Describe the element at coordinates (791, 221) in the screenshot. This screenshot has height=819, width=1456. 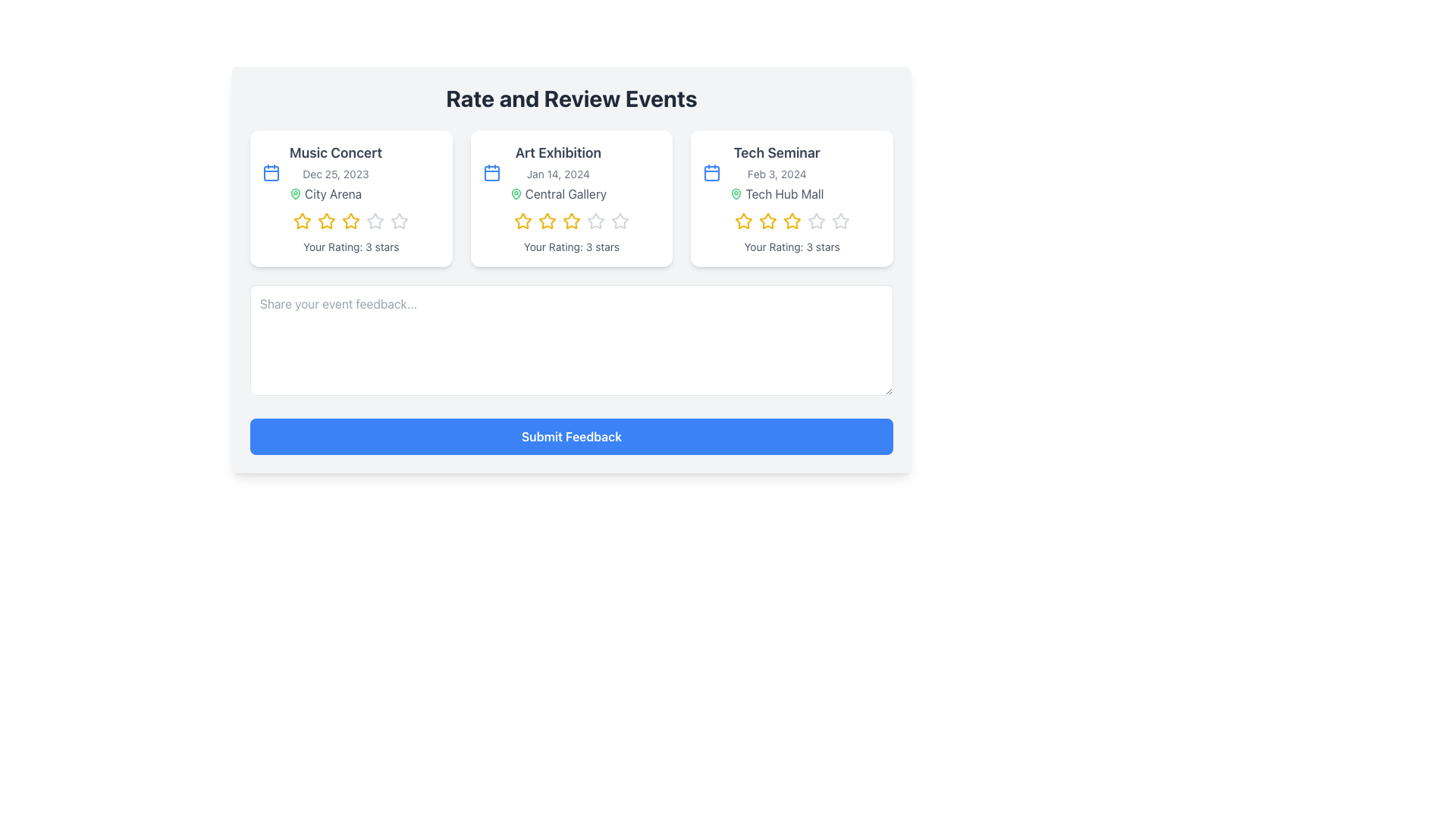
I see `the Rating component consisting of a row of five star icons, where three stars are colored yellow indicating an active rating, located at the bottom of the 'Tech Seminar' card` at that location.